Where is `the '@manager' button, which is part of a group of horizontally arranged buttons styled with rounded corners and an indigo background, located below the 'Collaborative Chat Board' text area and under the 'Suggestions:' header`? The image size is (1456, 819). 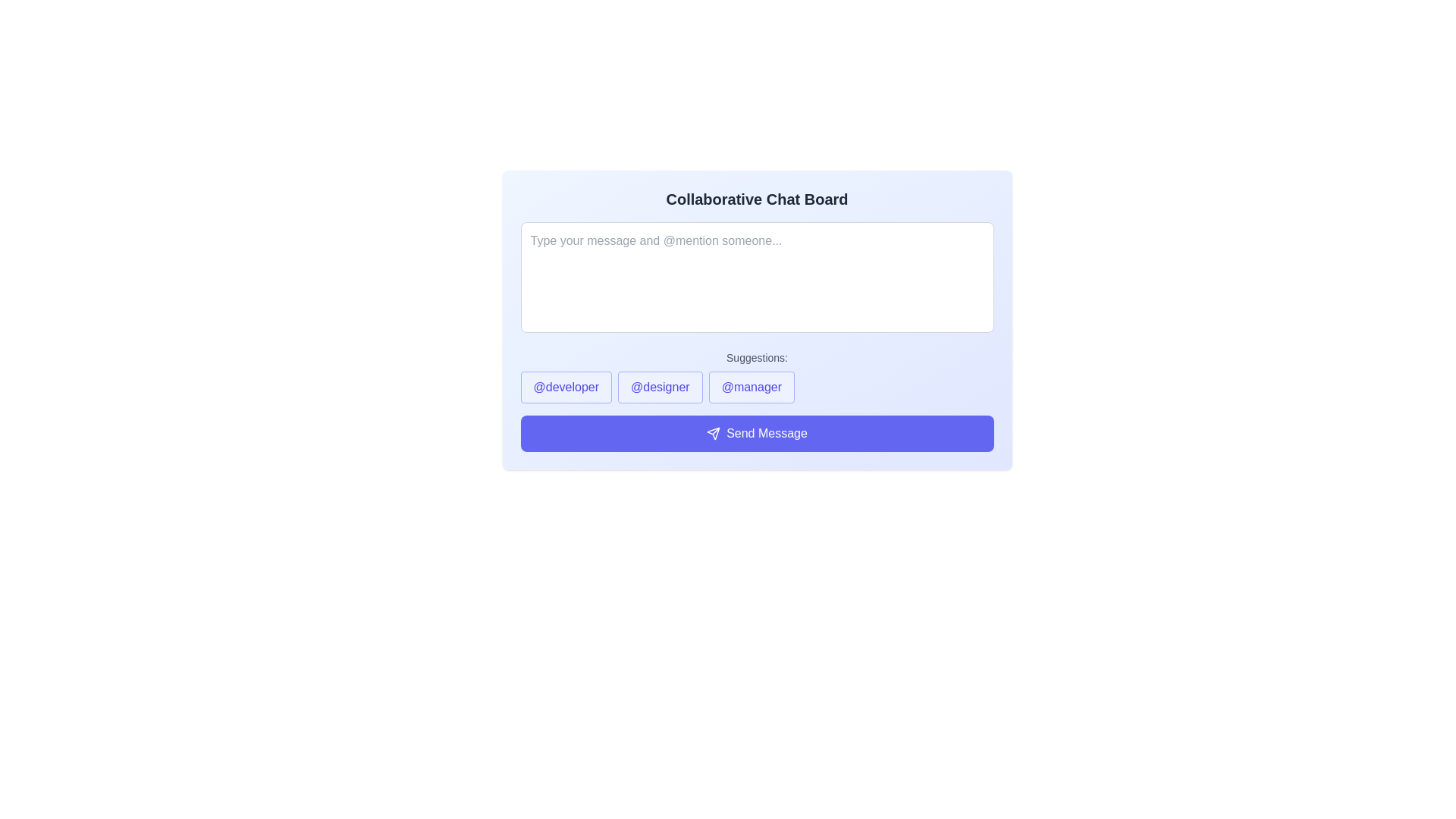
the '@manager' button, which is part of a group of horizontally arranged buttons styled with rounded corners and an indigo background, located below the 'Collaborative Chat Board' text area and under the 'Suggestions:' header is located at coordinates (757, 386).